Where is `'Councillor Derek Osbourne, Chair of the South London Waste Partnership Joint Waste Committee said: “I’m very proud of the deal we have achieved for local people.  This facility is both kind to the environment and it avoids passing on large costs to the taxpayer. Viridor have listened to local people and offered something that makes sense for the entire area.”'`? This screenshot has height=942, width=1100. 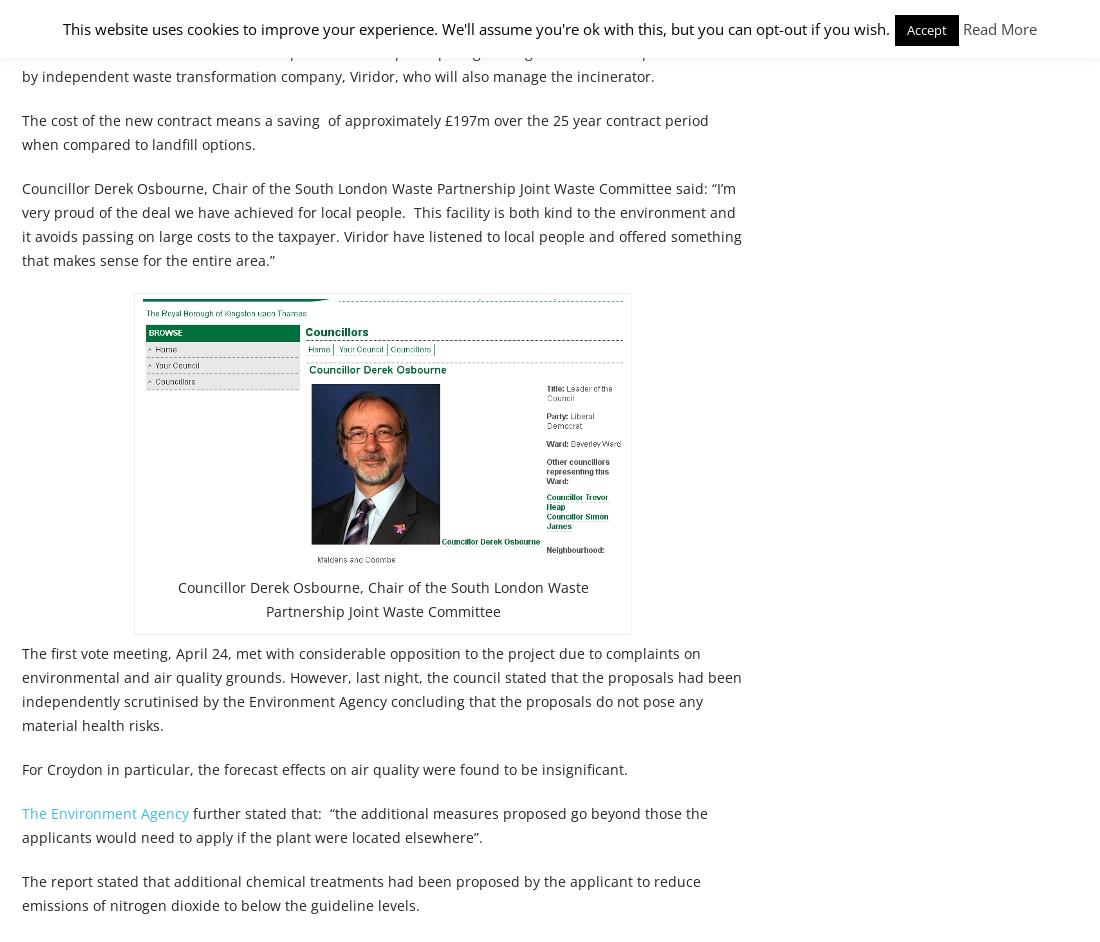 'Councillor Derek Osbourne, Chair of the South London Waste Partnership Joint Waste Committee said: “I’m very proud of the deal we have achieved for local people.  This facility is both kind to the environment and it avoids passing on large costs to the taxpayer. Viridor have listened to local people and offered something that makes sense for the entire area.”' is located at coordinates (382, 224).